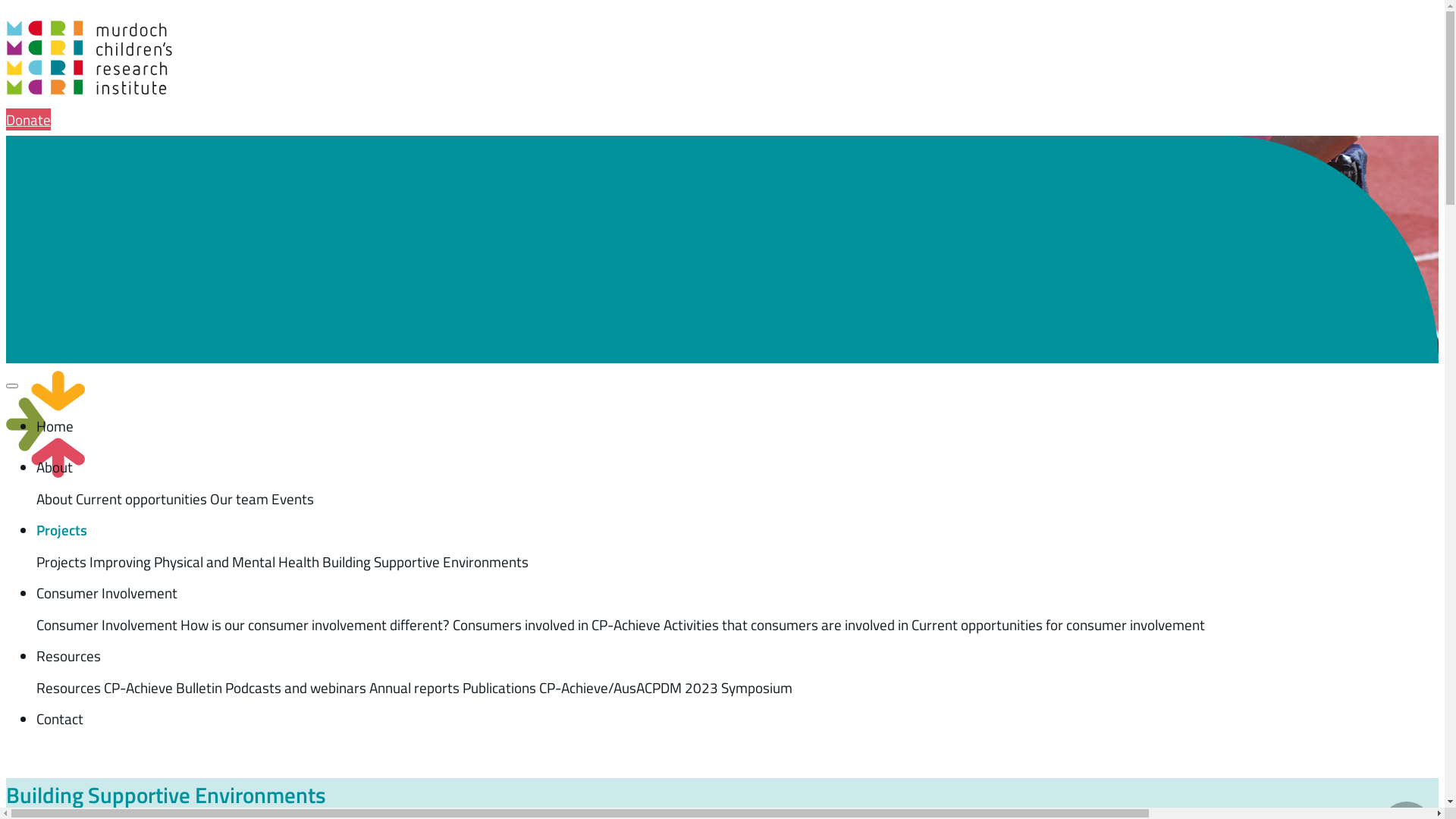 This screenshot has height=819, width=1456. I want to click on 'CP-Achieve/AusACPDM 2023 Symposium', so click(538, 687).